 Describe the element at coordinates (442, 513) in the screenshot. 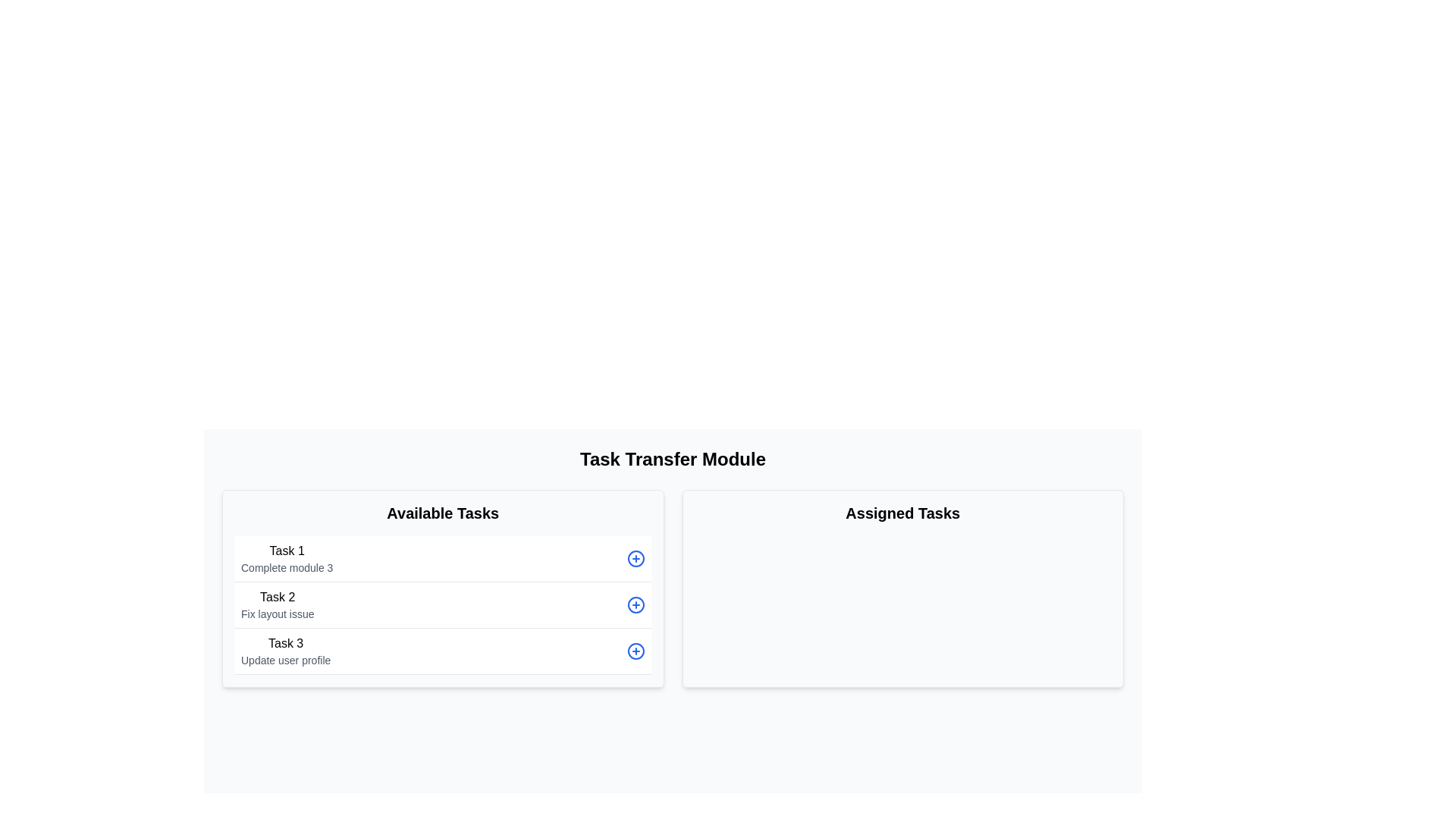

I see `the 'Available Tasks' text label, which is styled in bold and large font, located at the top of the left-hand section of the interface, above a vertical list of tasks` at that location.